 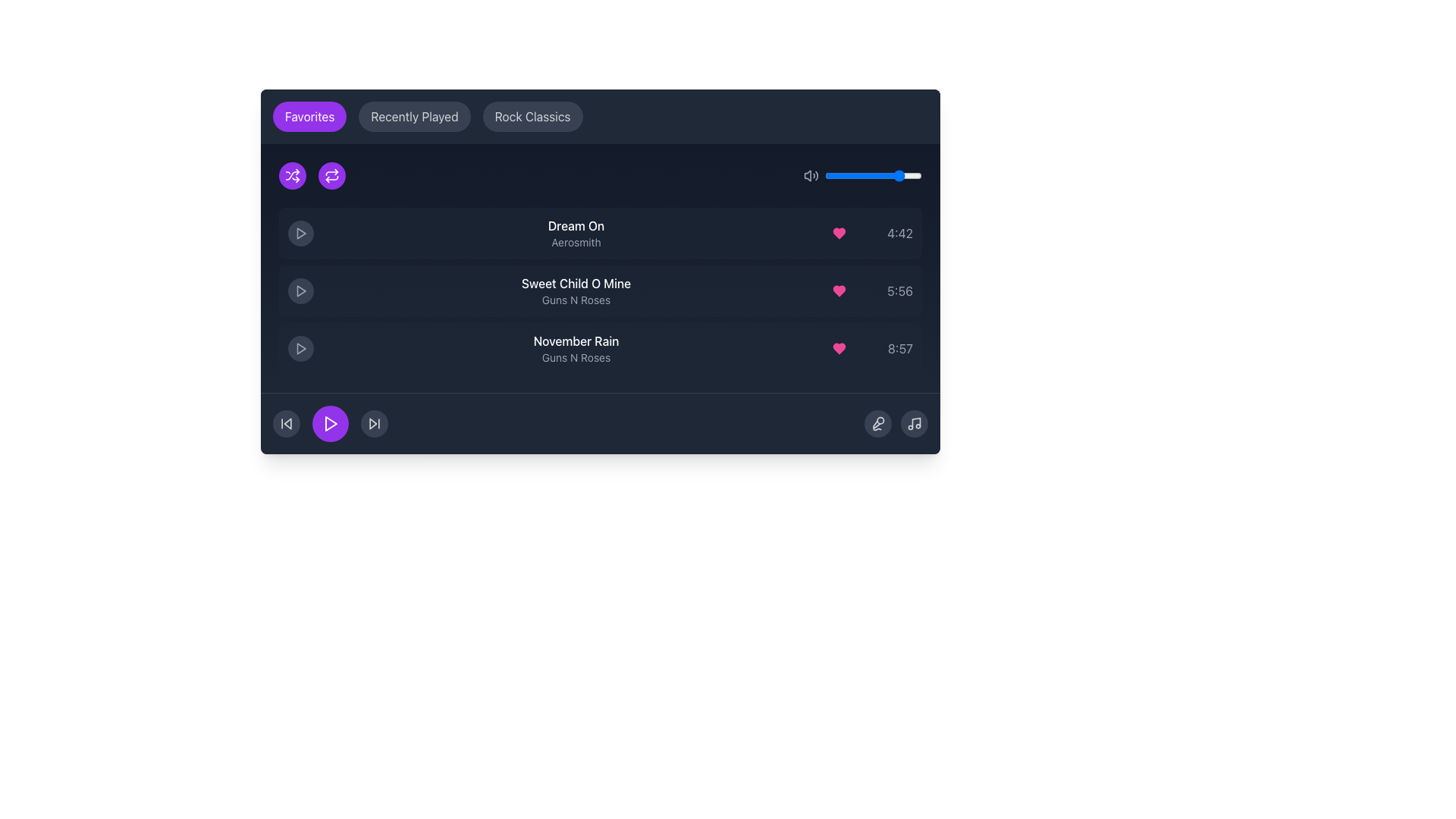 I want to click on the triangular play button, which is bright purple and located among the bottom control icons of the music player interface, so click(x=330, y=424).